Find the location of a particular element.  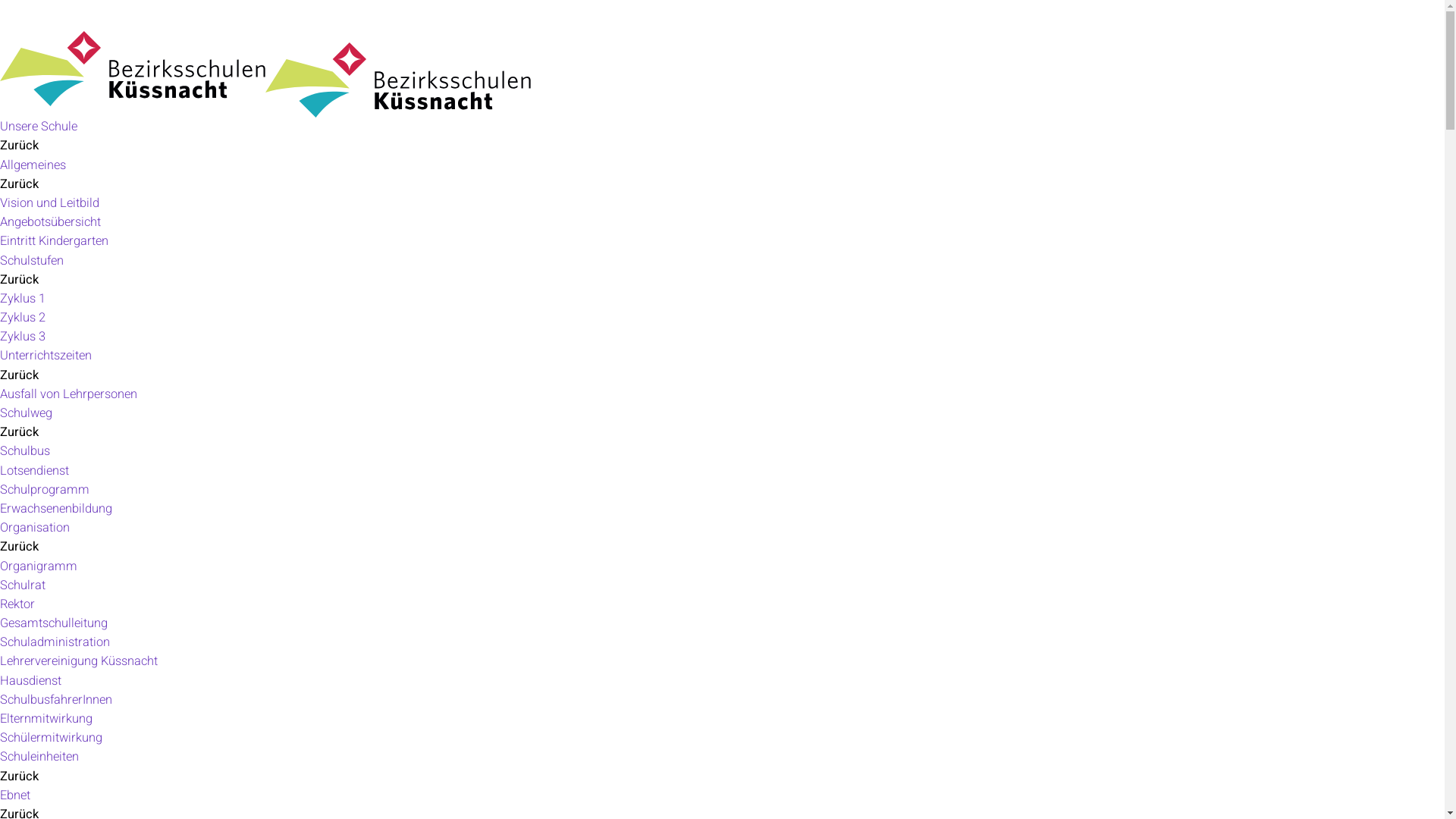

'Zyklus 1' is located at coordinates (22, 298).